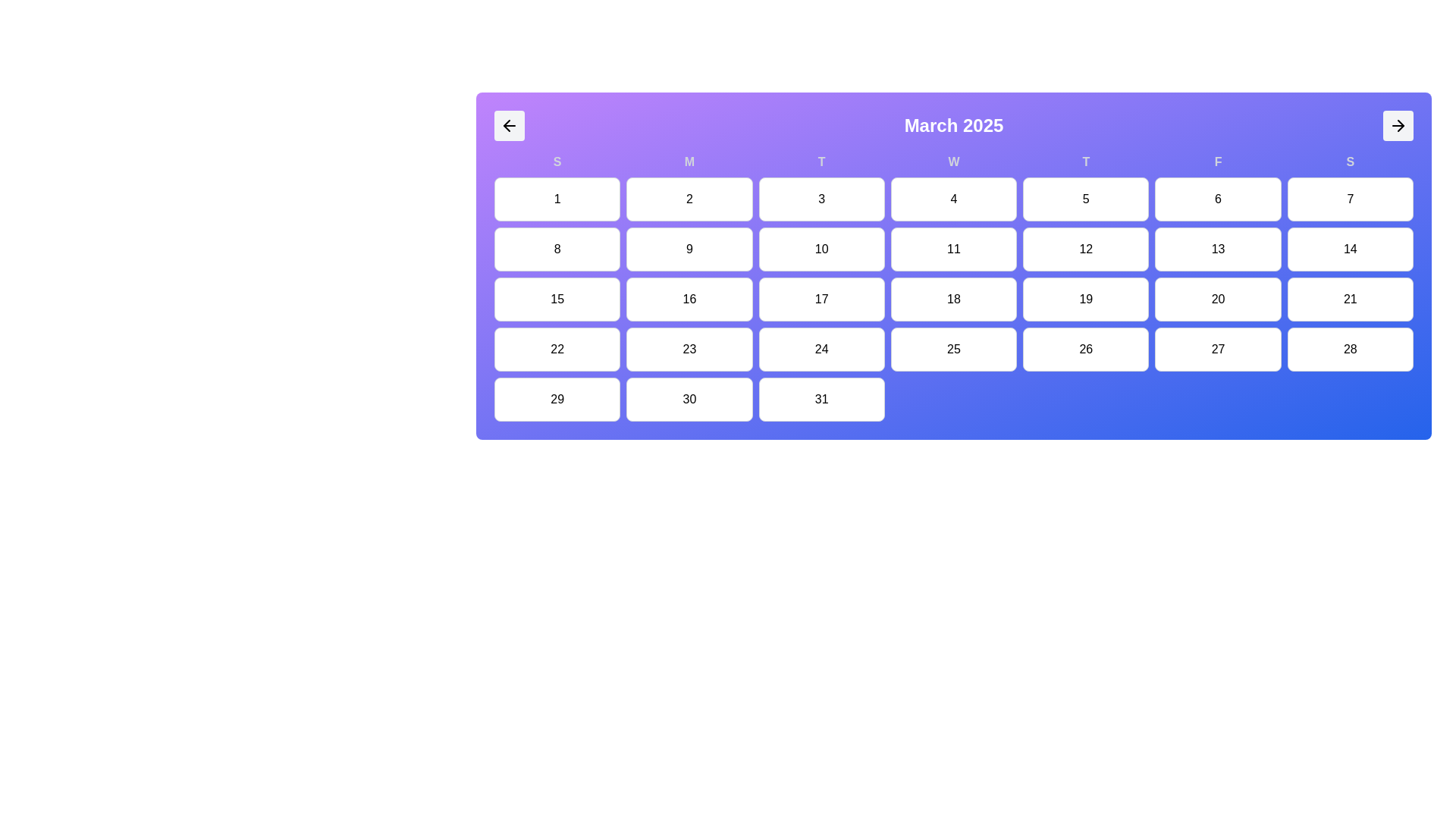  I want to click on the button representing the date '14' in the calendar interface, so click(1350, 248).